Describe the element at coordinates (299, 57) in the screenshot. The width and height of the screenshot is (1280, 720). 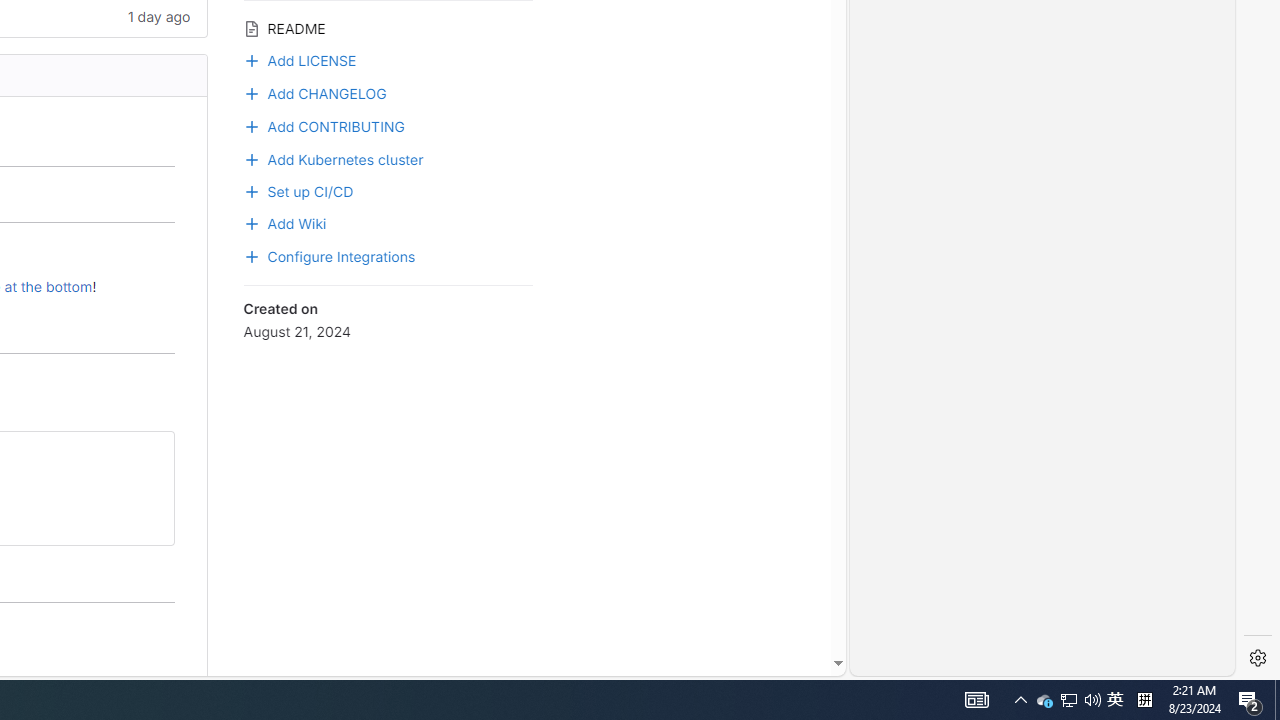
I see `'Add LICENSE'` at that location.